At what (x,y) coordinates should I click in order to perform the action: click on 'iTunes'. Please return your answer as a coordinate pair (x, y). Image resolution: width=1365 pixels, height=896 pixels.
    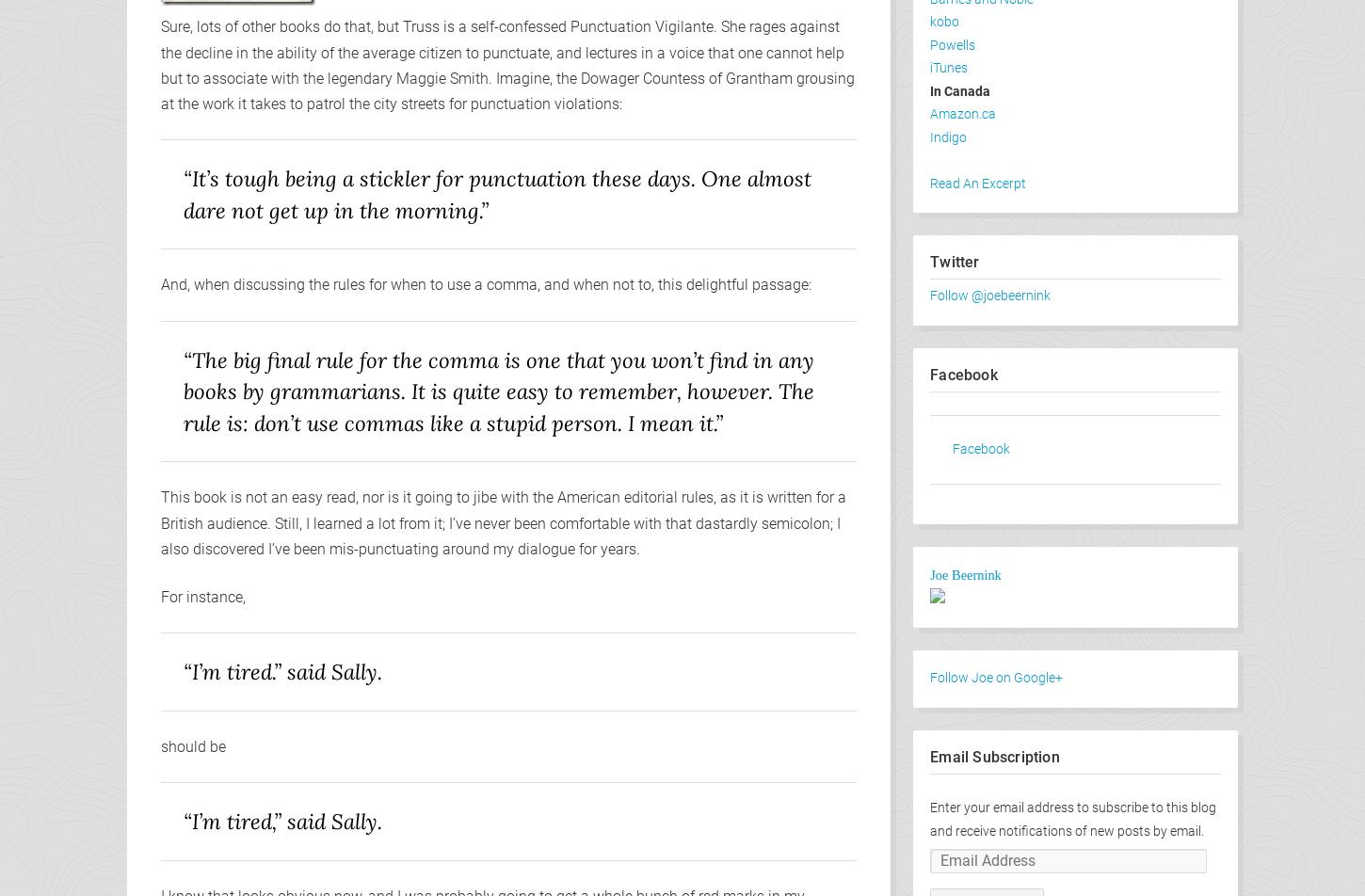
    Looking at the image, I should click on (949, 68).